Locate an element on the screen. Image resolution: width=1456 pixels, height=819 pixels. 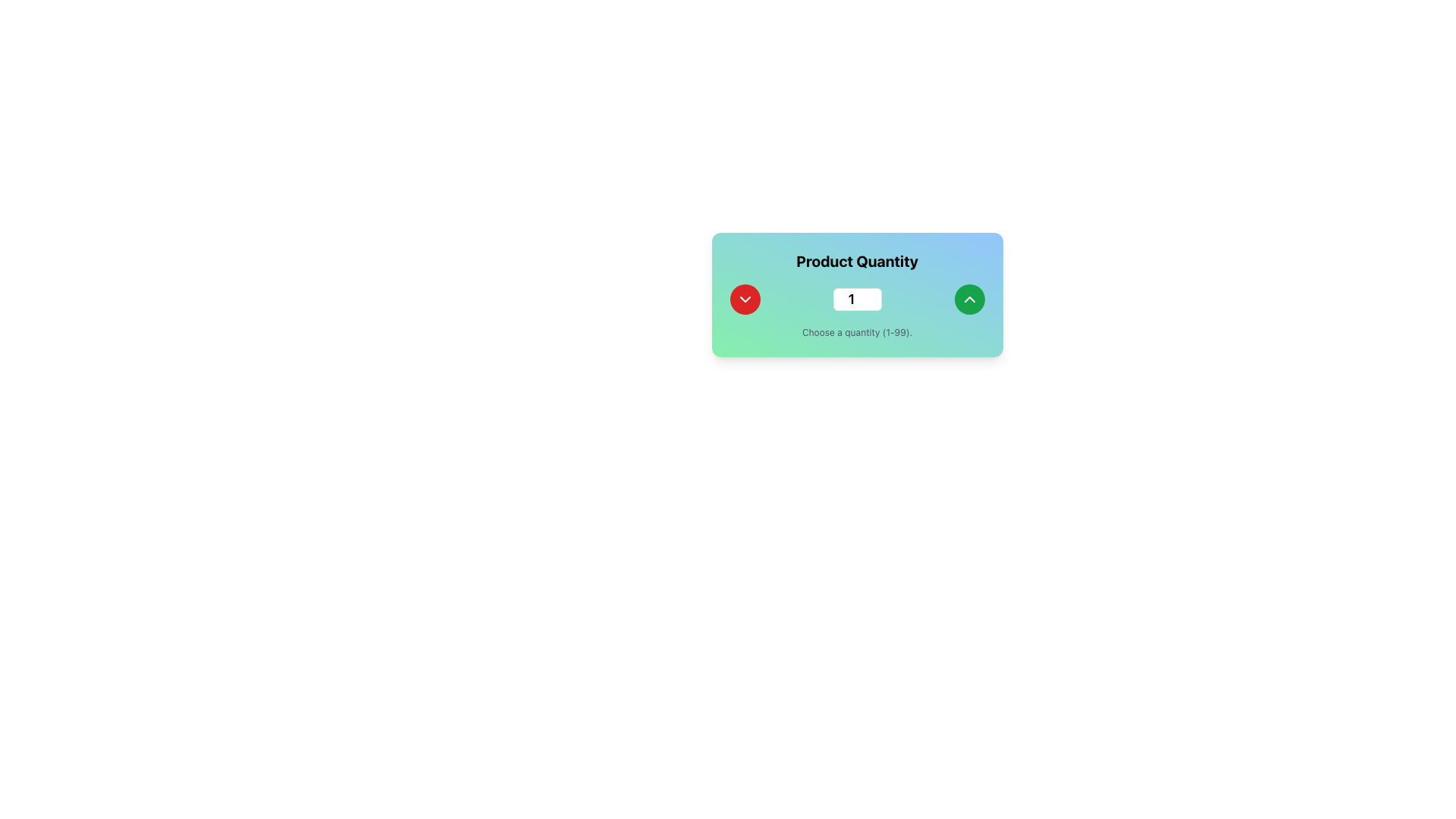
the leftmost decrement button for reducing the product quantity, which is located on the left side of the product quantity adjustment area is located at coordinates (745, 299).